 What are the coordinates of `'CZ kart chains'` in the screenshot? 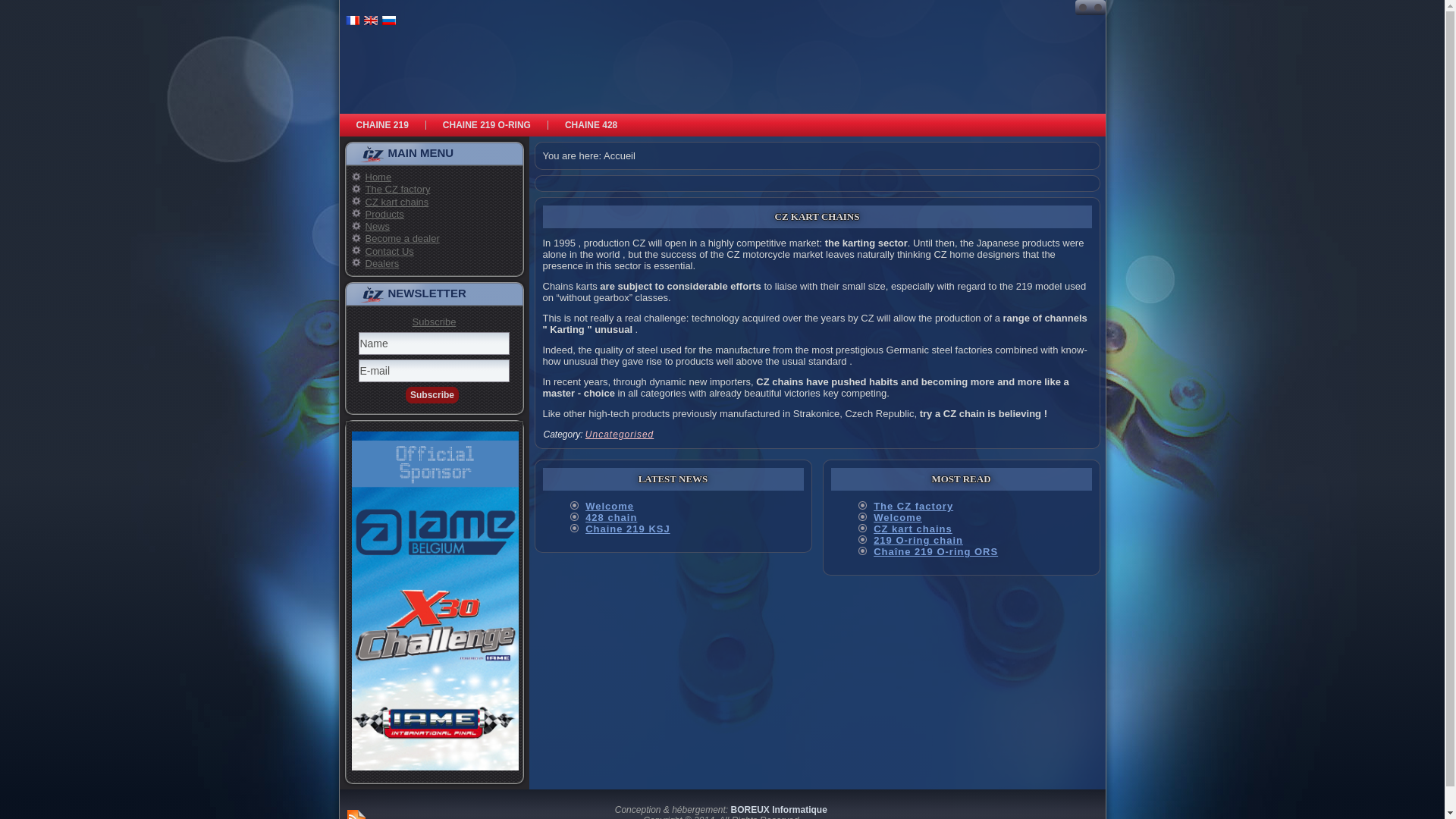 It's located at (912, 528).